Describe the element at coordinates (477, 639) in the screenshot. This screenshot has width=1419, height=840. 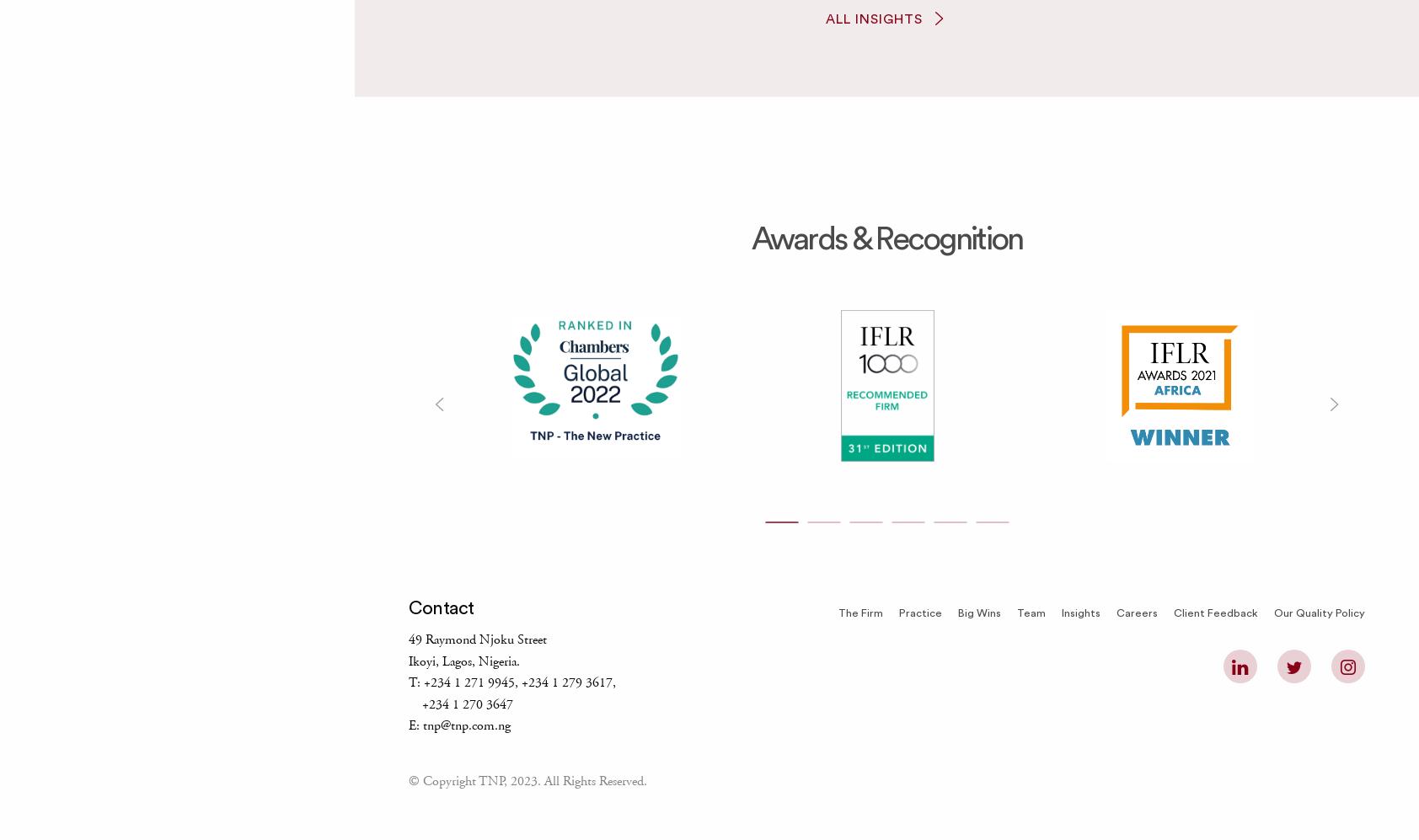
I see `'49 Raymond Njoku Street'` at that location.